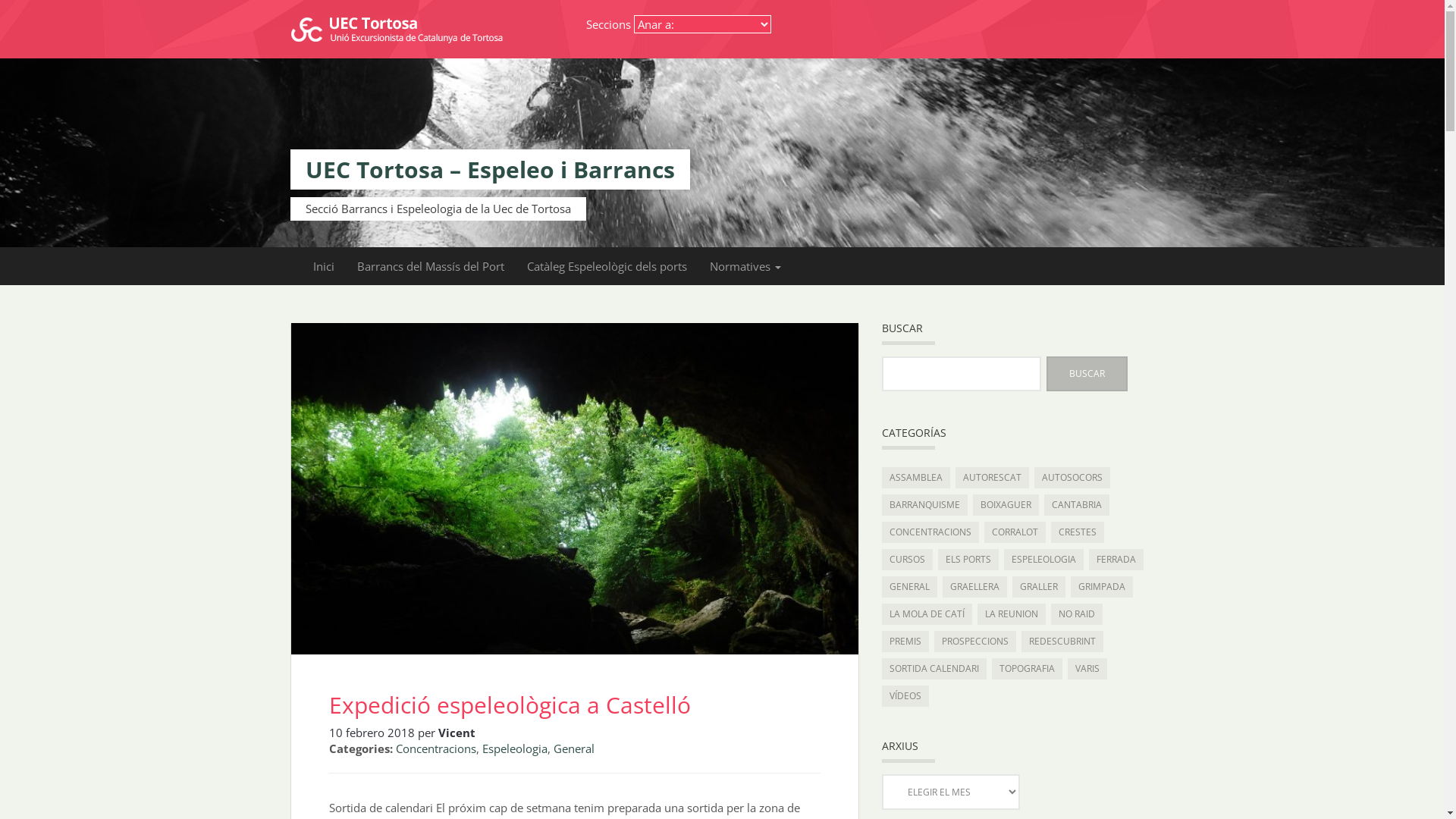 The image size is (1456, 819). I want to click on 'CONCENTRACIONS', so click(928, 532).